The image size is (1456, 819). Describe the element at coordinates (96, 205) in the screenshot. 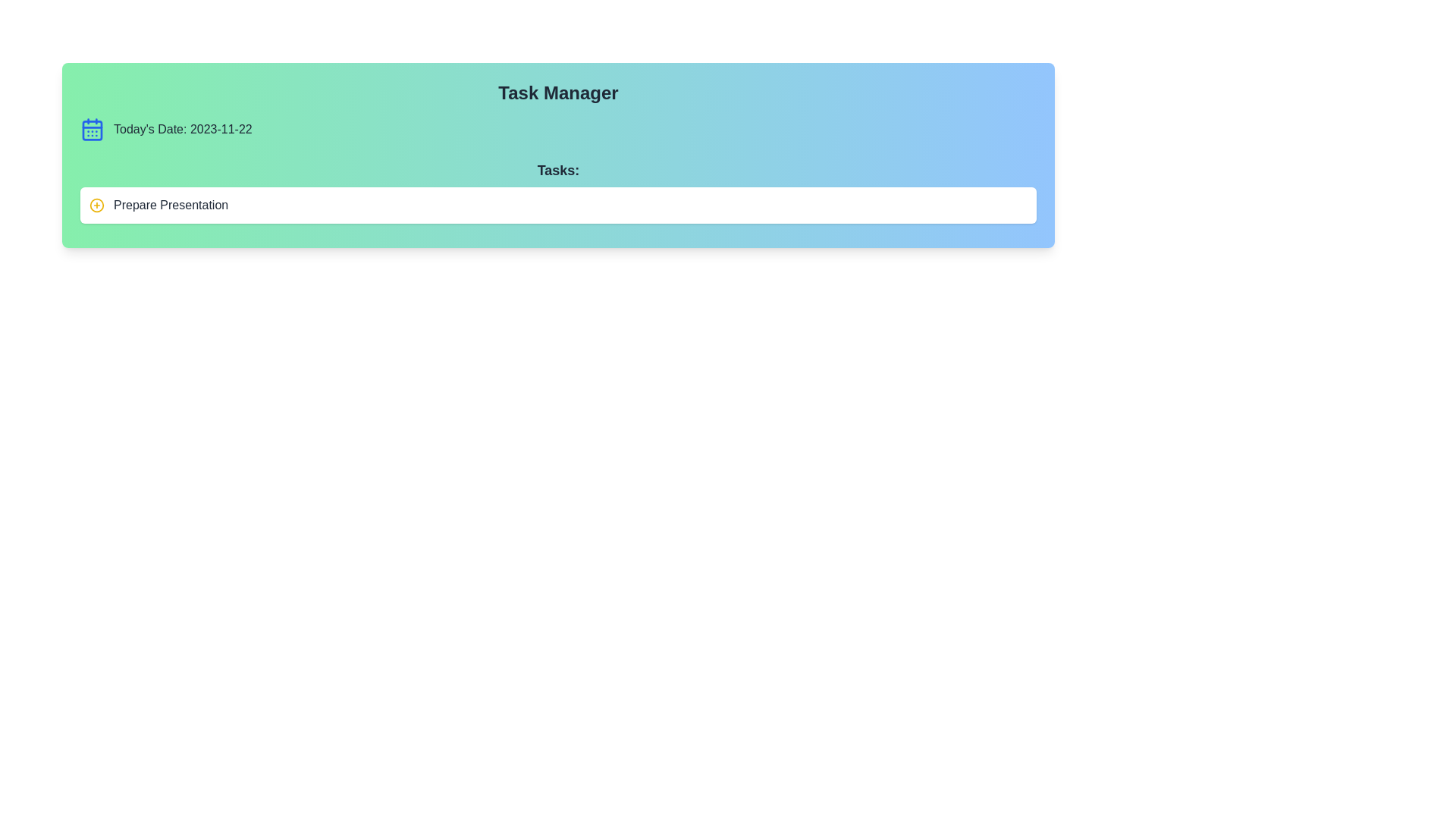

I see `the circular icon with a yellow outline and a plus symbol, located next to the 'Prepare Presentation' text for additional information` at that location.